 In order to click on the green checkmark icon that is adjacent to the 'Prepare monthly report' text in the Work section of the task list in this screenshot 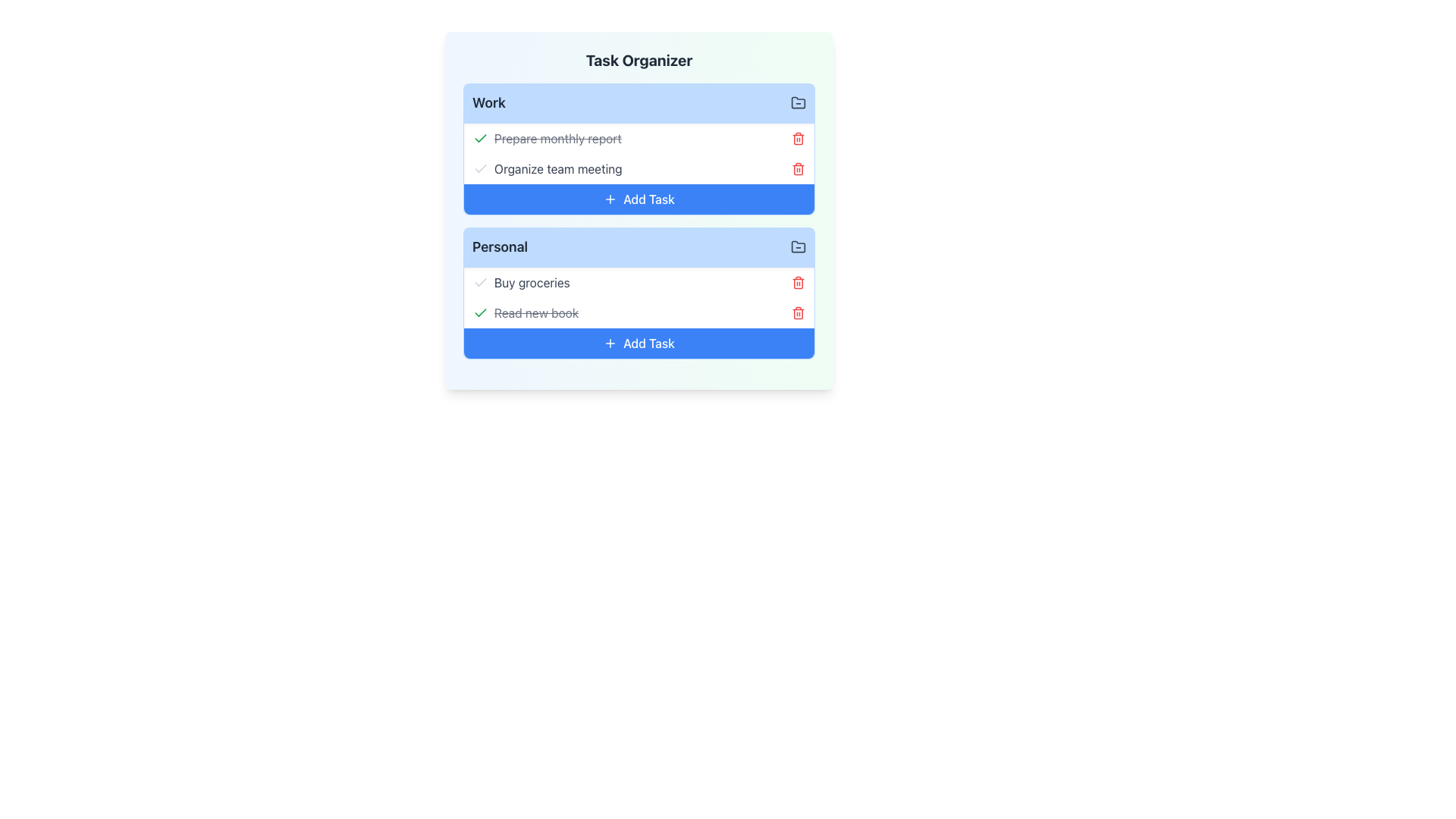, I will do `click(479, 138)`.